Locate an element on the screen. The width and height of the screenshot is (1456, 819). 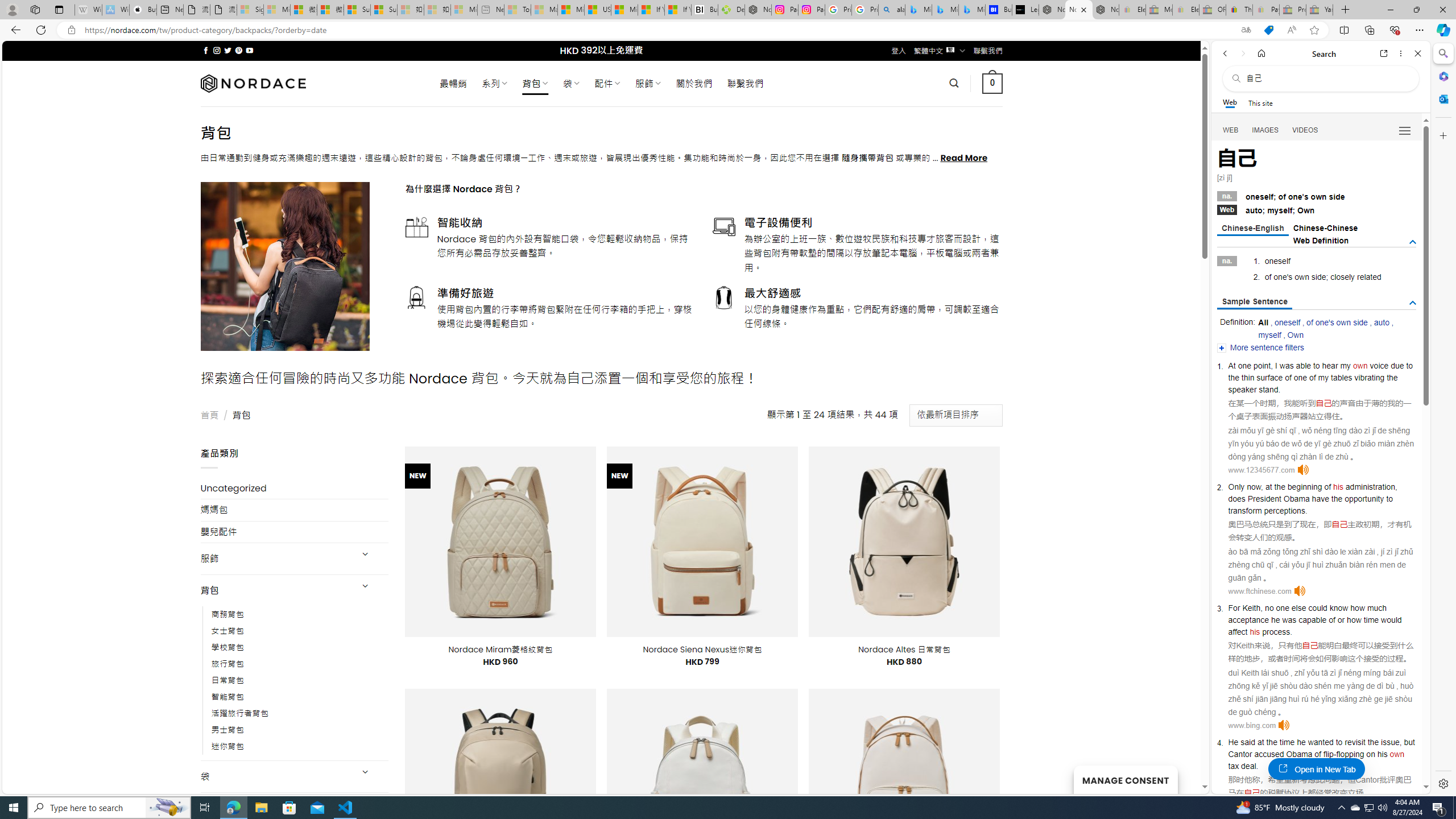
'Follow on YouTube' is located at coordinates (250, 50).